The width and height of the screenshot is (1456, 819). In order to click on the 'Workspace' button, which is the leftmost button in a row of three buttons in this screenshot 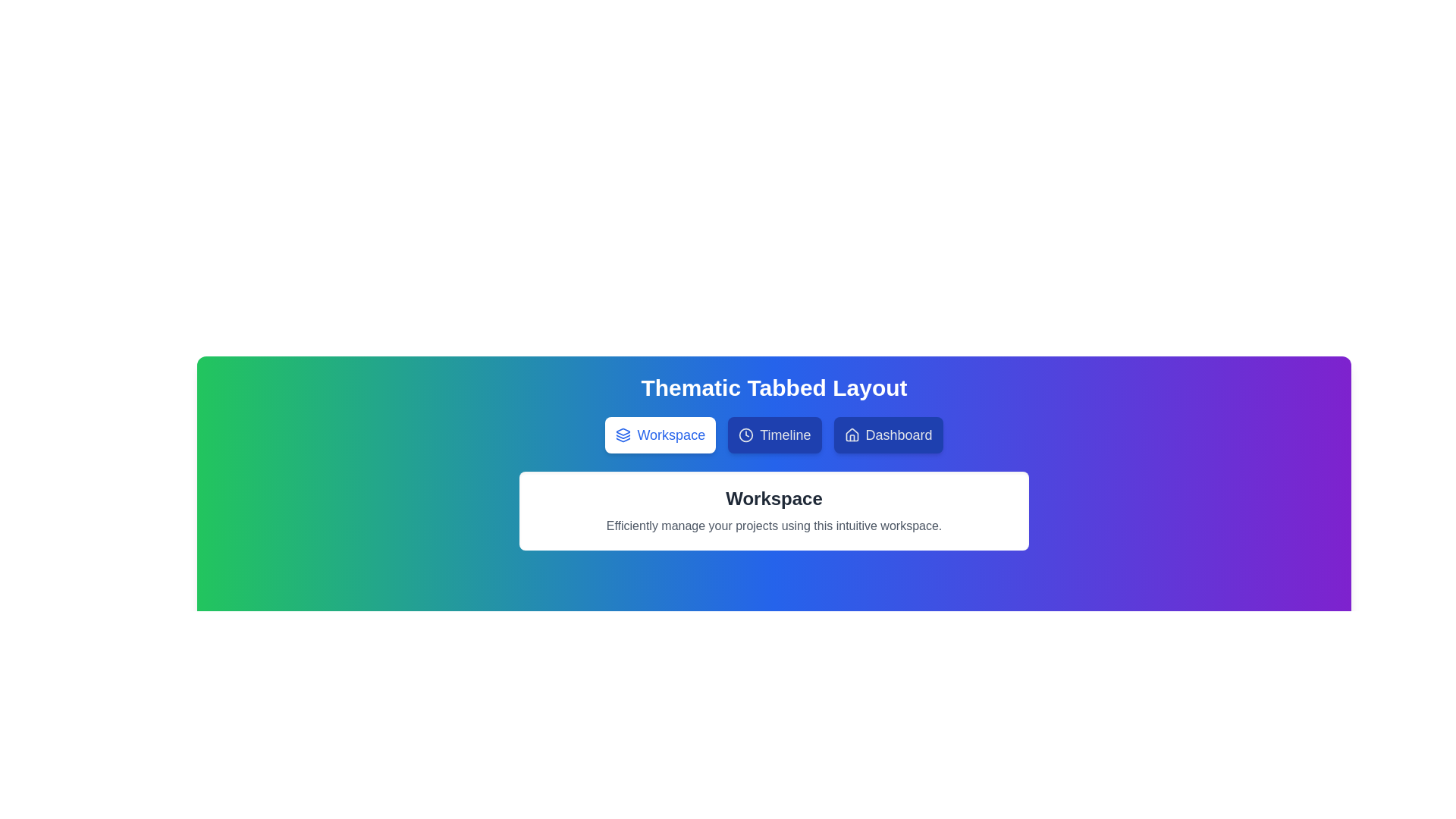, I will do `click(661, 435)`.